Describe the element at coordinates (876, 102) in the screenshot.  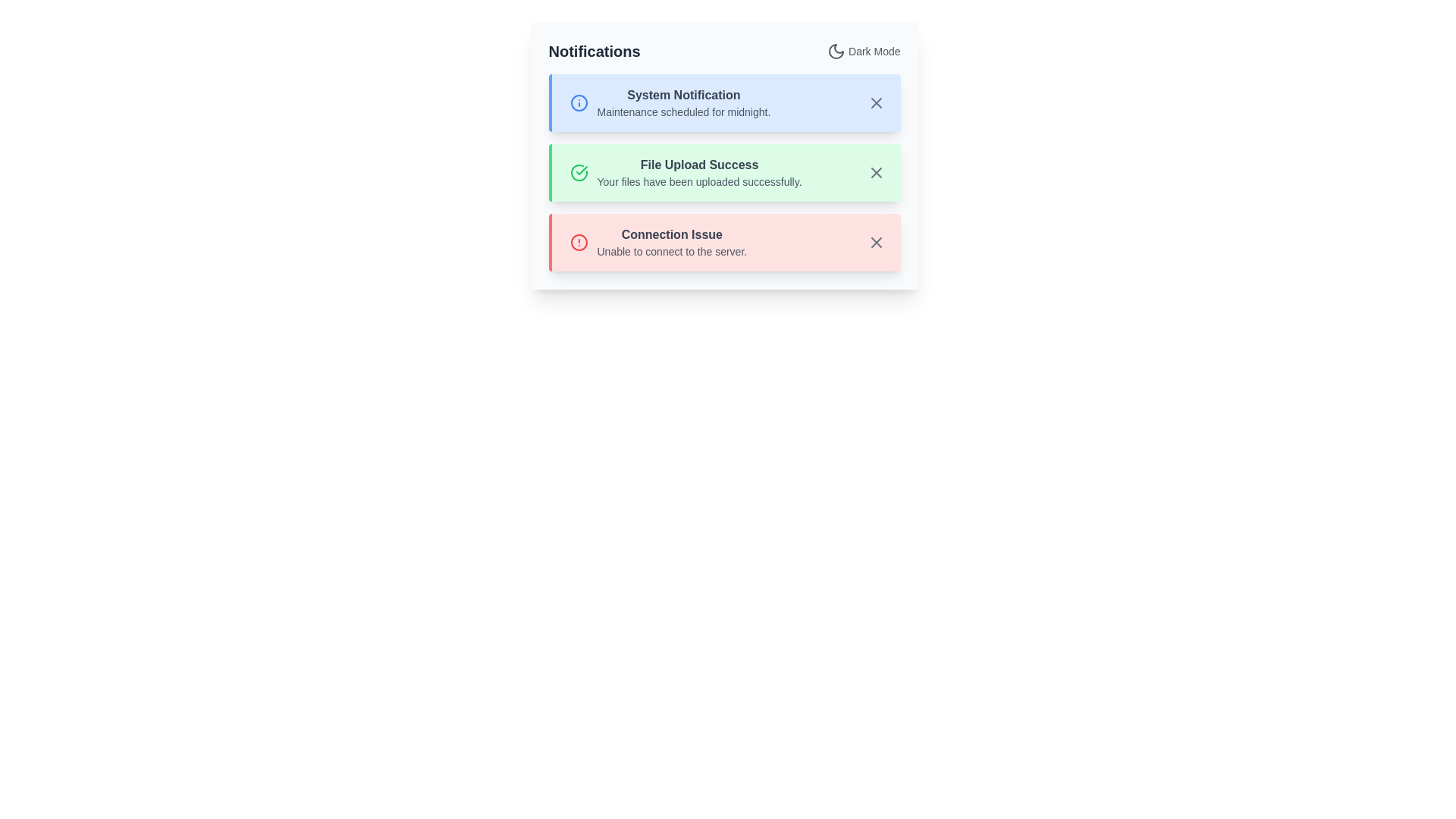
I see `the close button located in the top-right corner of the 'System Notification' card` at that location.